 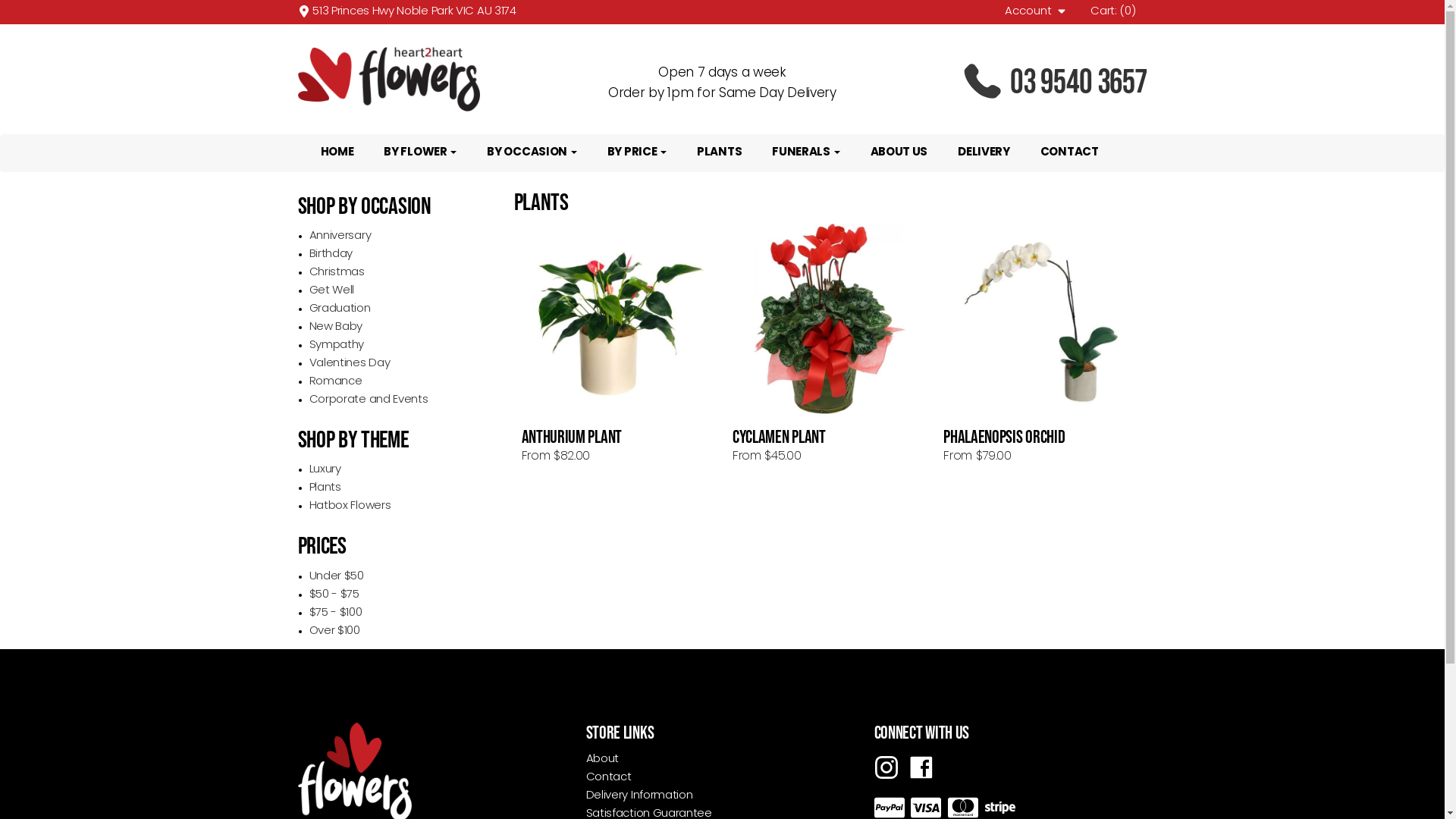 I want to click on 'Christmas', so click(x=336, y=271).